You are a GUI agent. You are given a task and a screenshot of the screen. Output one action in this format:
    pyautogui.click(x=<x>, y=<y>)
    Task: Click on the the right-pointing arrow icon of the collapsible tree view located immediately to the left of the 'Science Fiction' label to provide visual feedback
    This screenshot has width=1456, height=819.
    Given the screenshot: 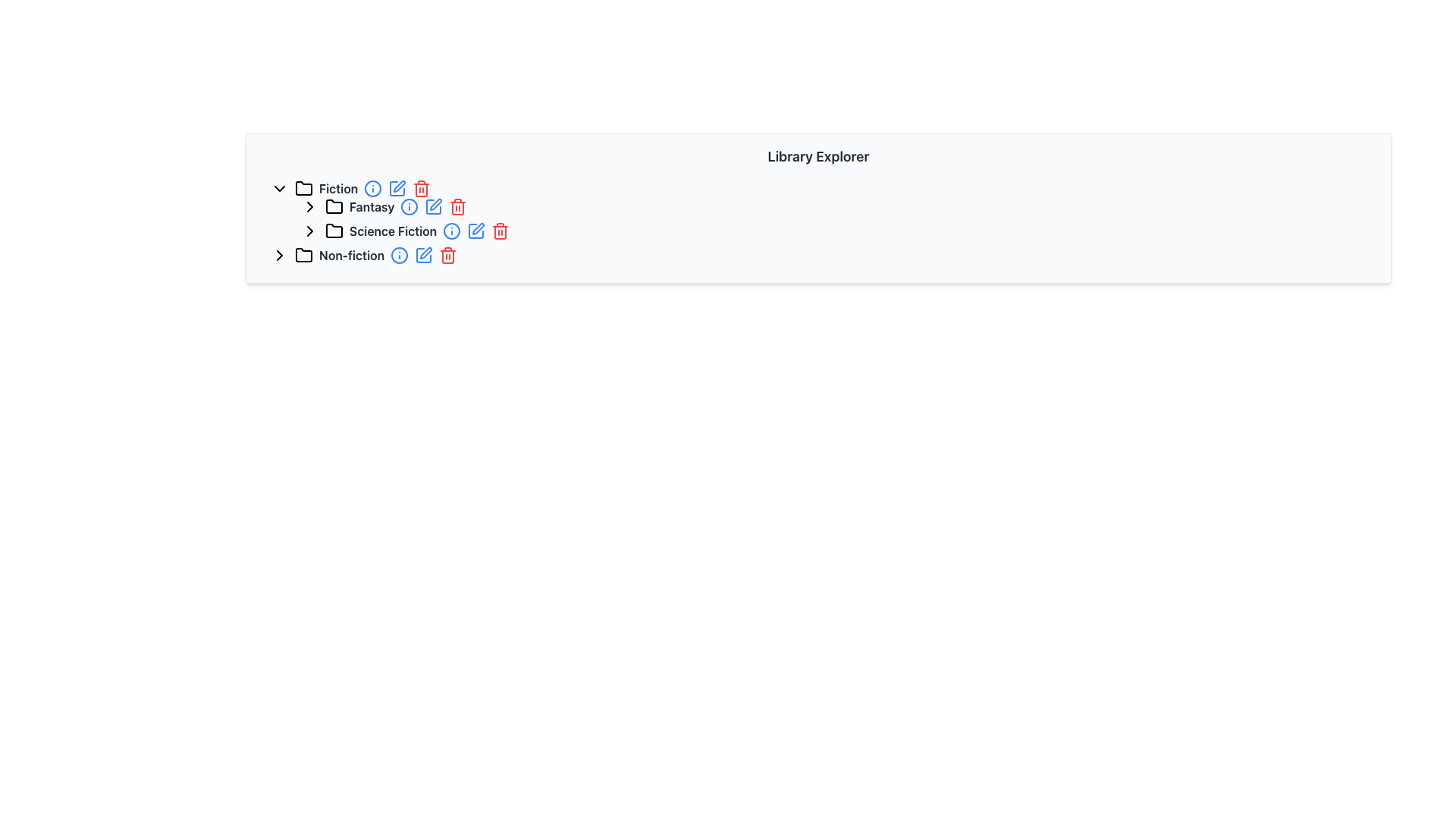 What is the action you would take?
    pyautogui.click(x=309, y=231)
    